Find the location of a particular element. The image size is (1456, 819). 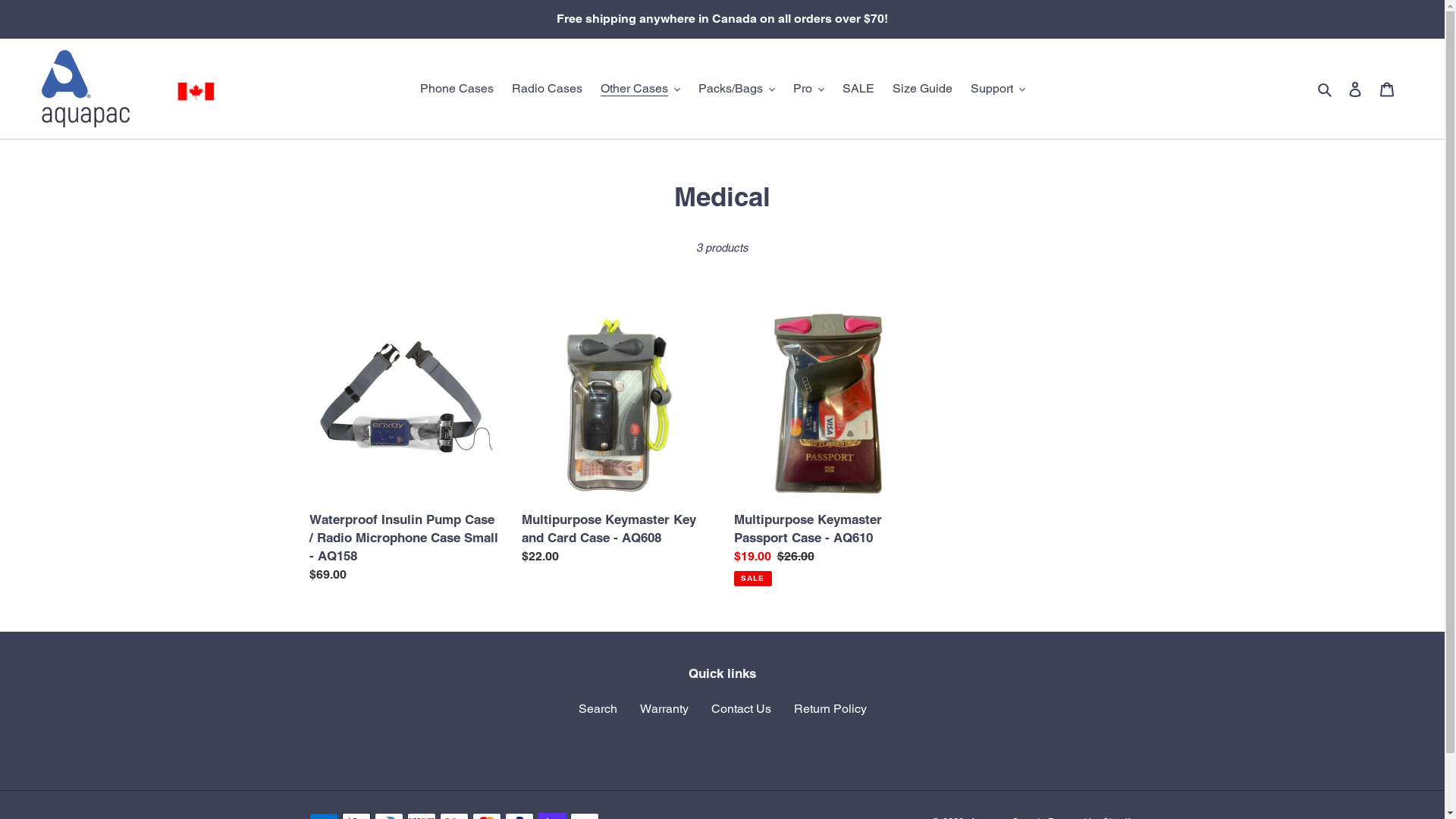

'Return Policy' is located at coordinates (829, 708).